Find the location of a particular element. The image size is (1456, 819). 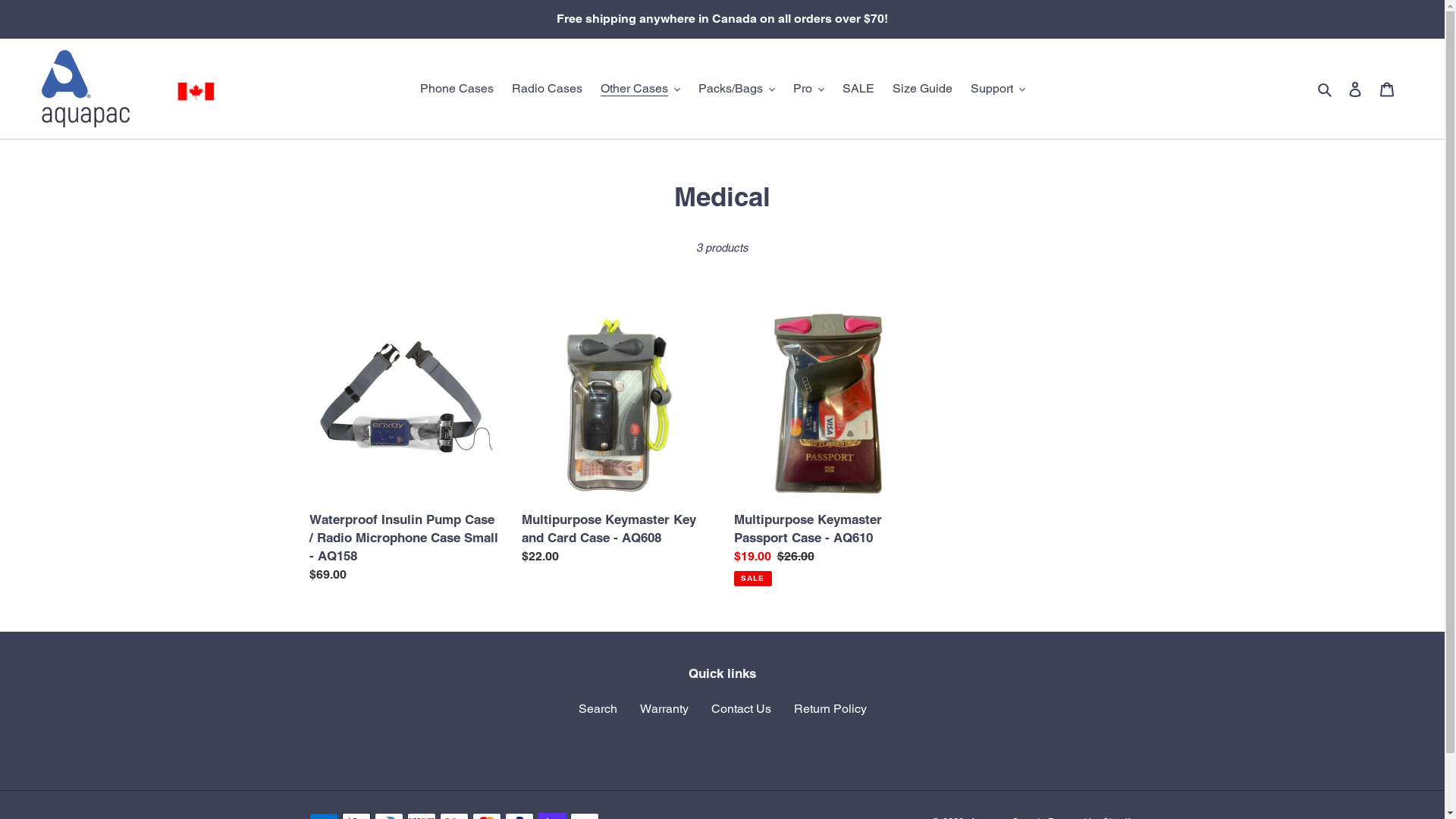

'Return Policy' is located at coordinates (829, 708).